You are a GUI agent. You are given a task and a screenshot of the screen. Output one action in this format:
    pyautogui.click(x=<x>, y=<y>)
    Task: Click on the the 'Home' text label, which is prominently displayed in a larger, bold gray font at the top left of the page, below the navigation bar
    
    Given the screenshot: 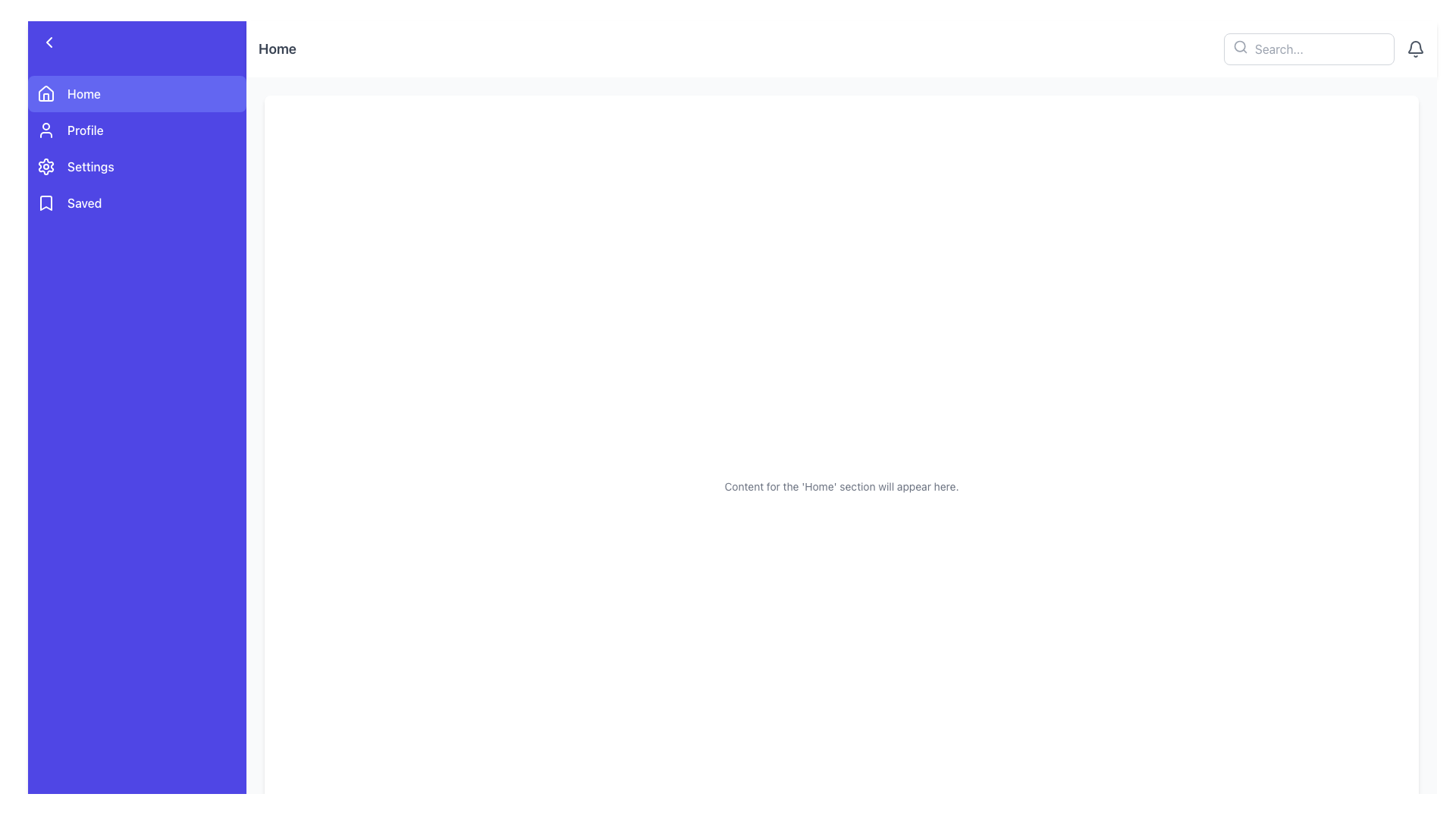 What is the action you would take?
    pyautogui.click(x=277, y=49)
    